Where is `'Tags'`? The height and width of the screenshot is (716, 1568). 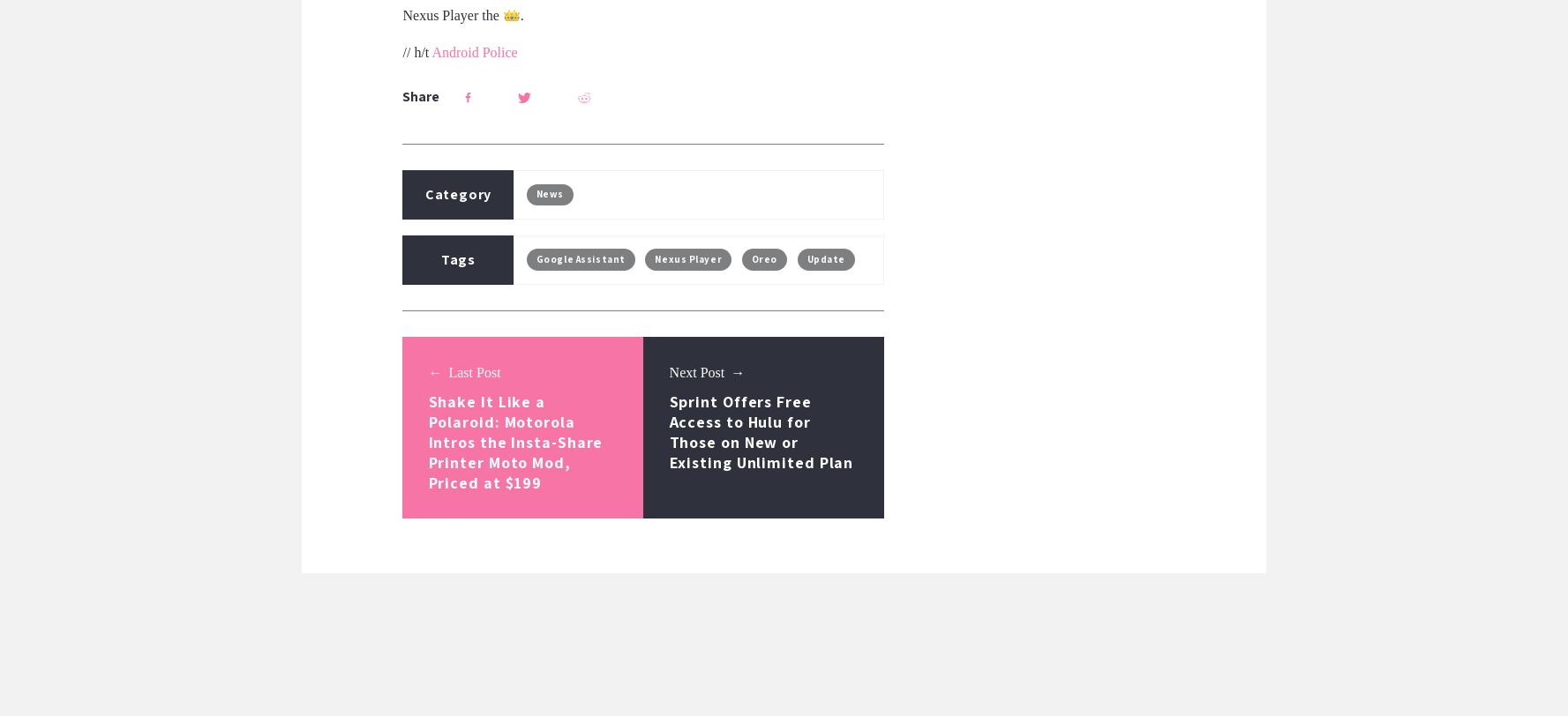
'Tags' is located at coordinates (439, 258).